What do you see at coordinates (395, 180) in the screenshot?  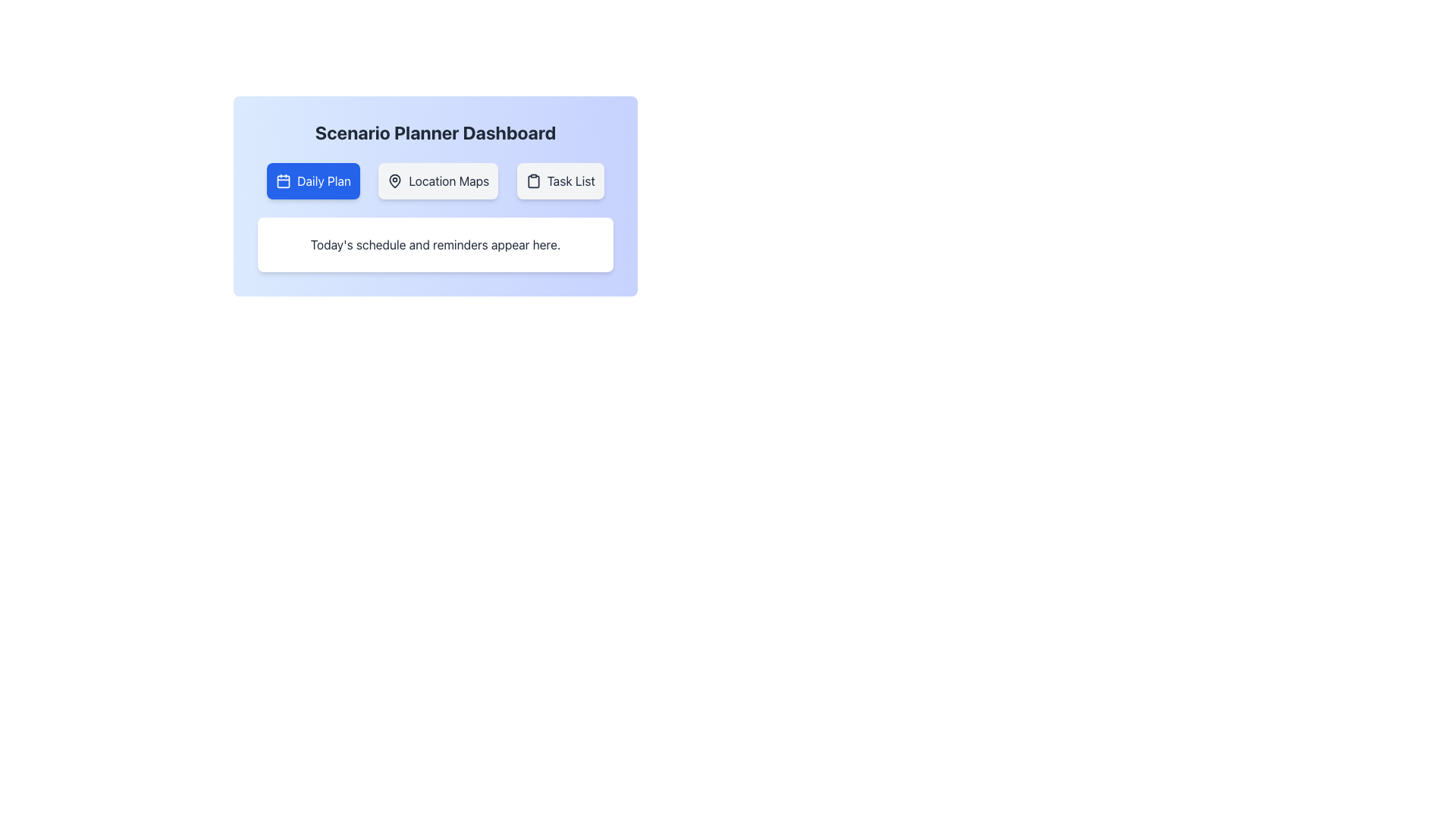 I see `the SVG graphic icon representing the 'Location Maps' functionality, positioned within the 'Location Maps' button on the dashboard` at bounding box center [395, 180].